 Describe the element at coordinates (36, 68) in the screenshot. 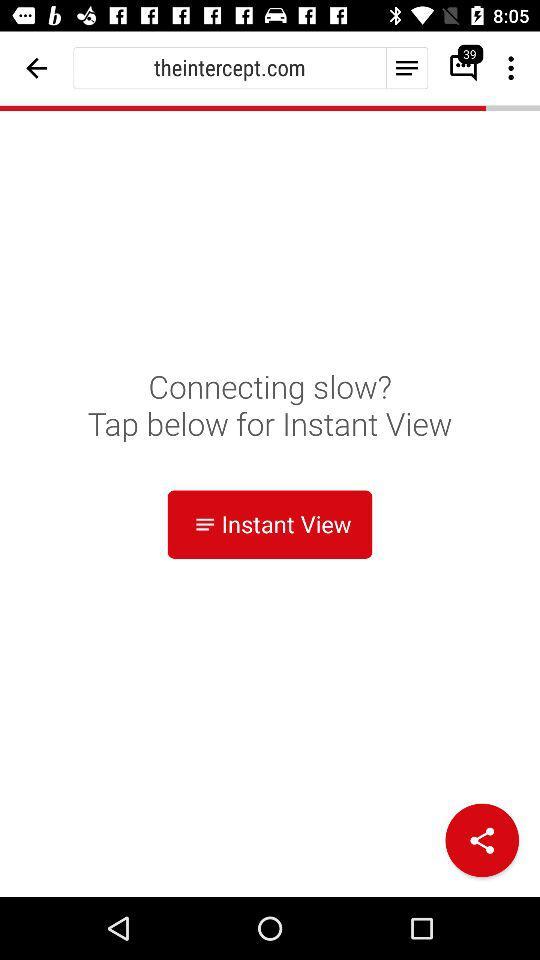

I see `no bounding box` at that location.